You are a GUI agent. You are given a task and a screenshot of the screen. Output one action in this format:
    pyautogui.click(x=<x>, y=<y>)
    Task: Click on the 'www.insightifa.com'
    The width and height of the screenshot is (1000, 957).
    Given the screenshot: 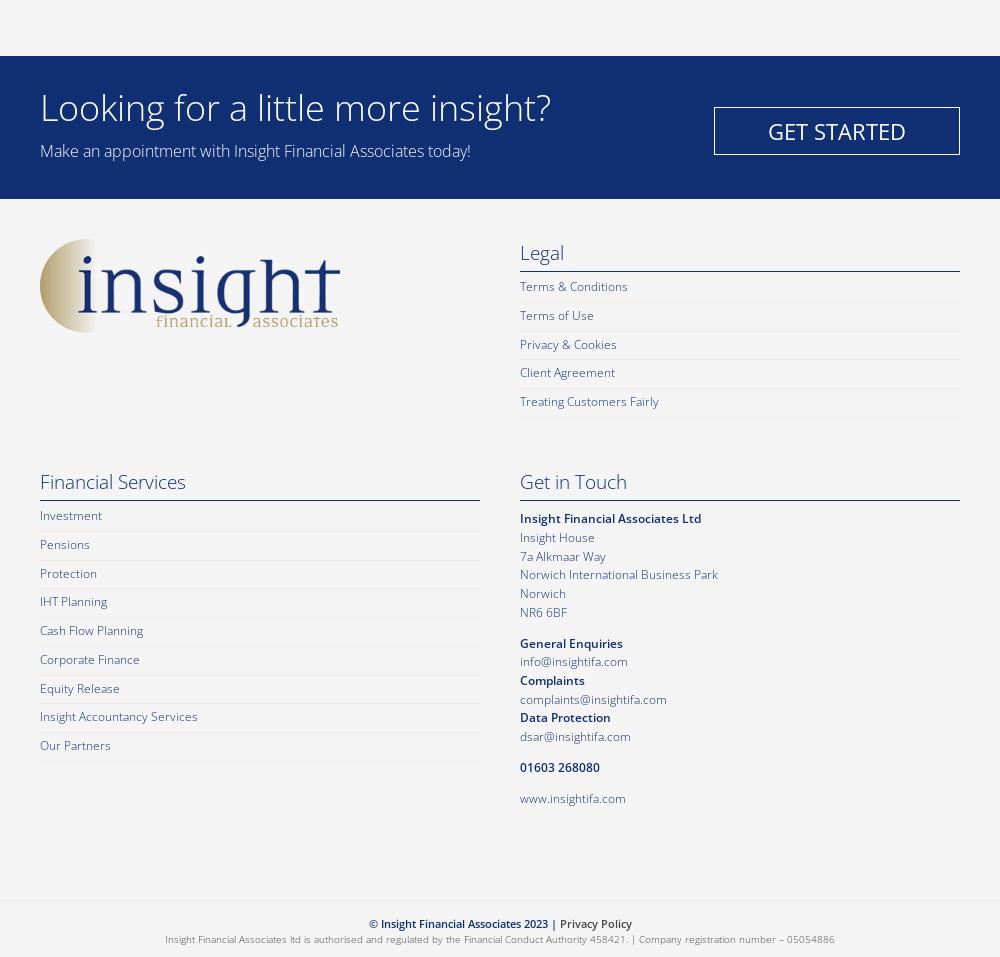 What is the action you would take?
    pyautogui.click(x=572, y=796)
    